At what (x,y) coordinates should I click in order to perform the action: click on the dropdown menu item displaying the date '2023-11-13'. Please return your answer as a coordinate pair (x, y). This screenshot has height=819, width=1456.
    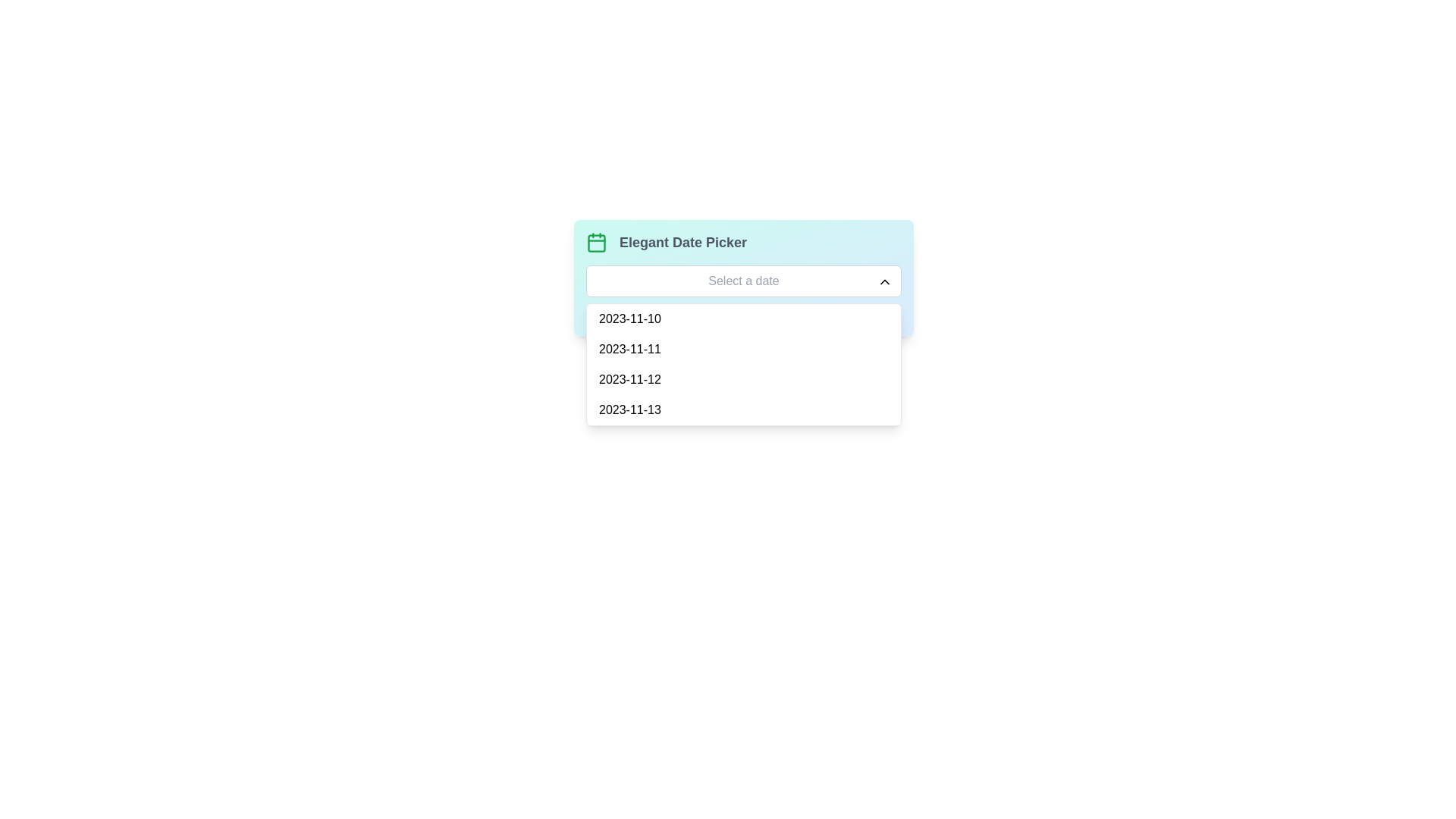
    Looking at the image, I should click on (743, 409).